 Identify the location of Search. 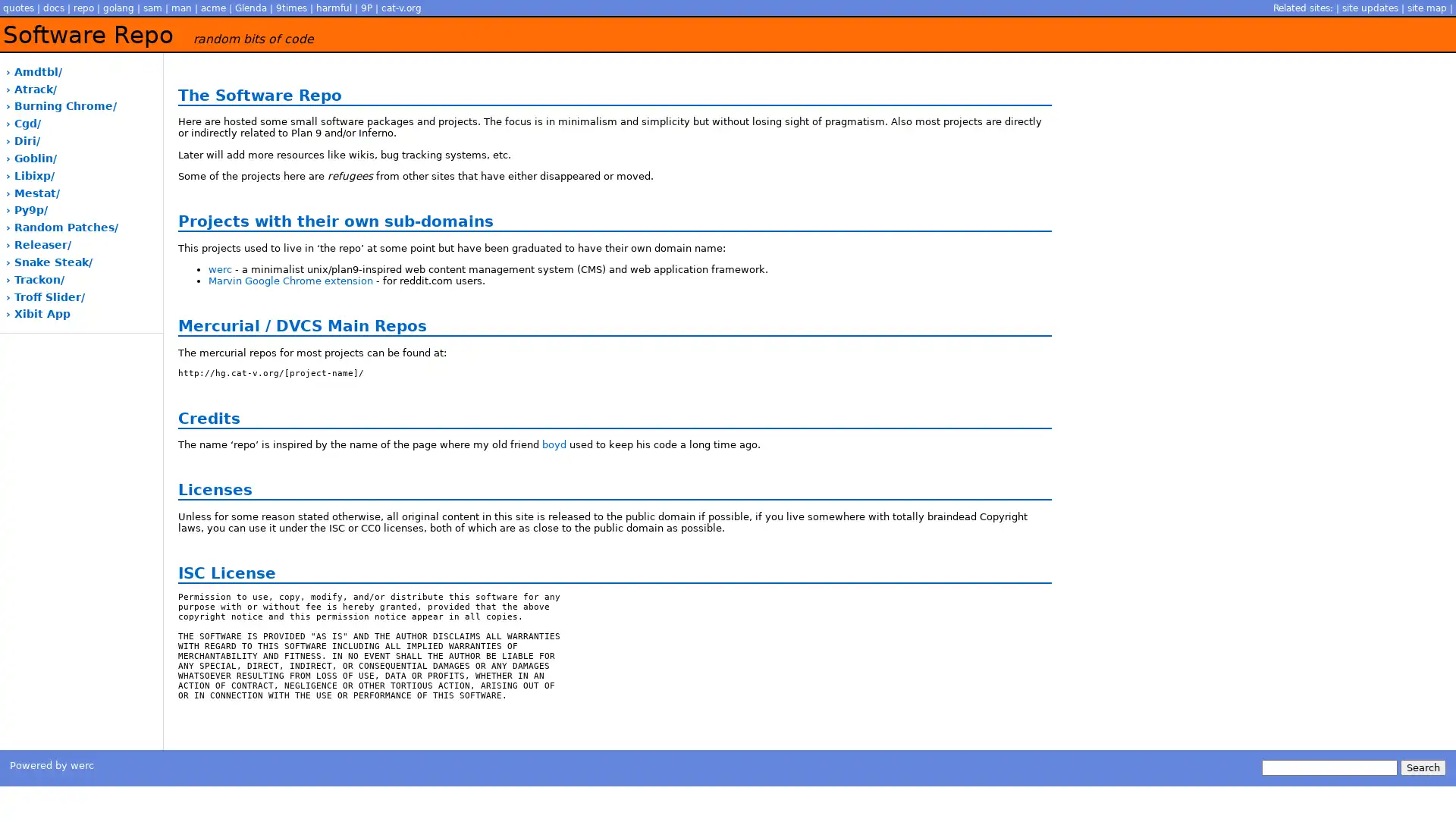
(1422, 767).